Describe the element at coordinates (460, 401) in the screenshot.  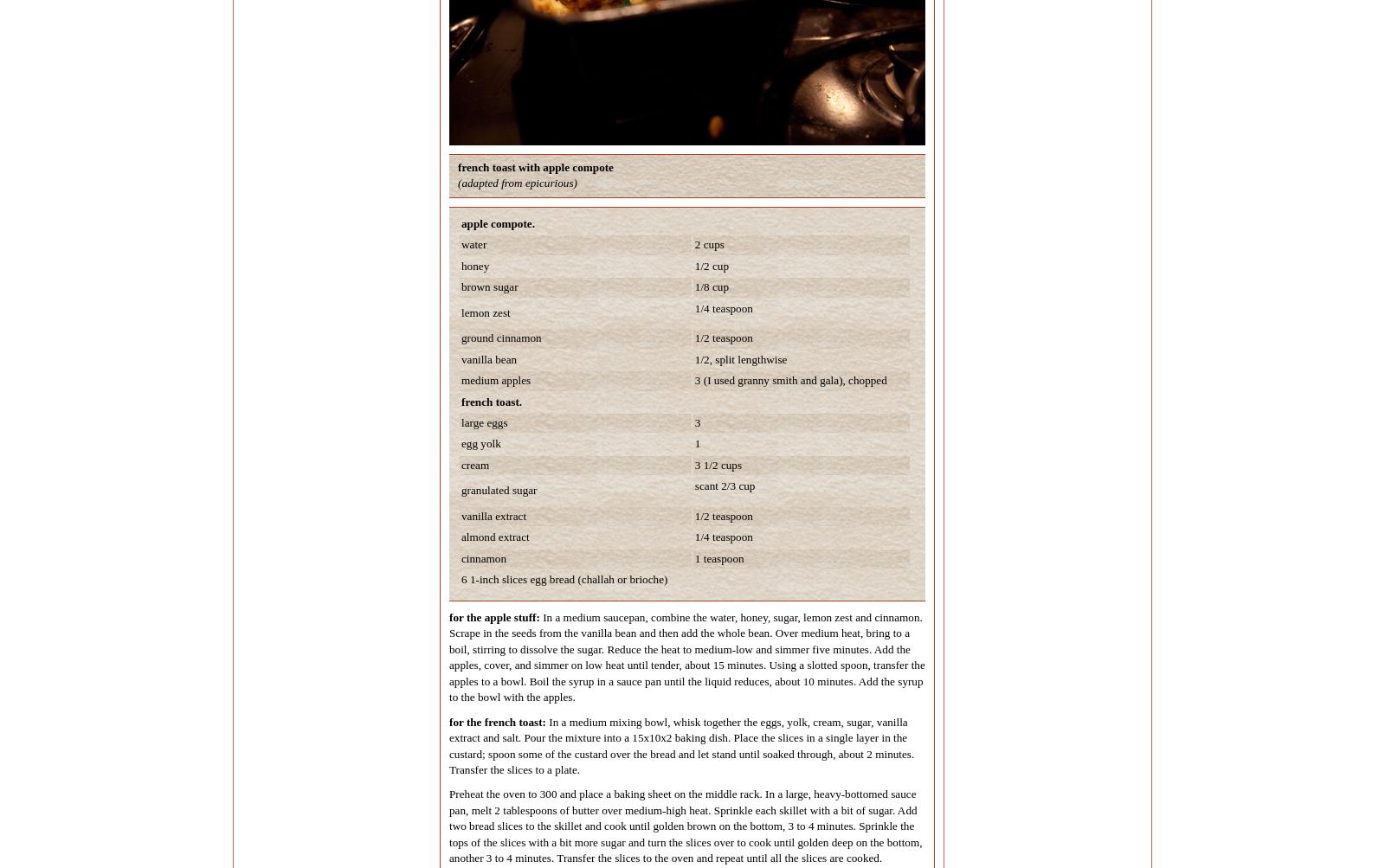
I see `'french toast.'` at that location.